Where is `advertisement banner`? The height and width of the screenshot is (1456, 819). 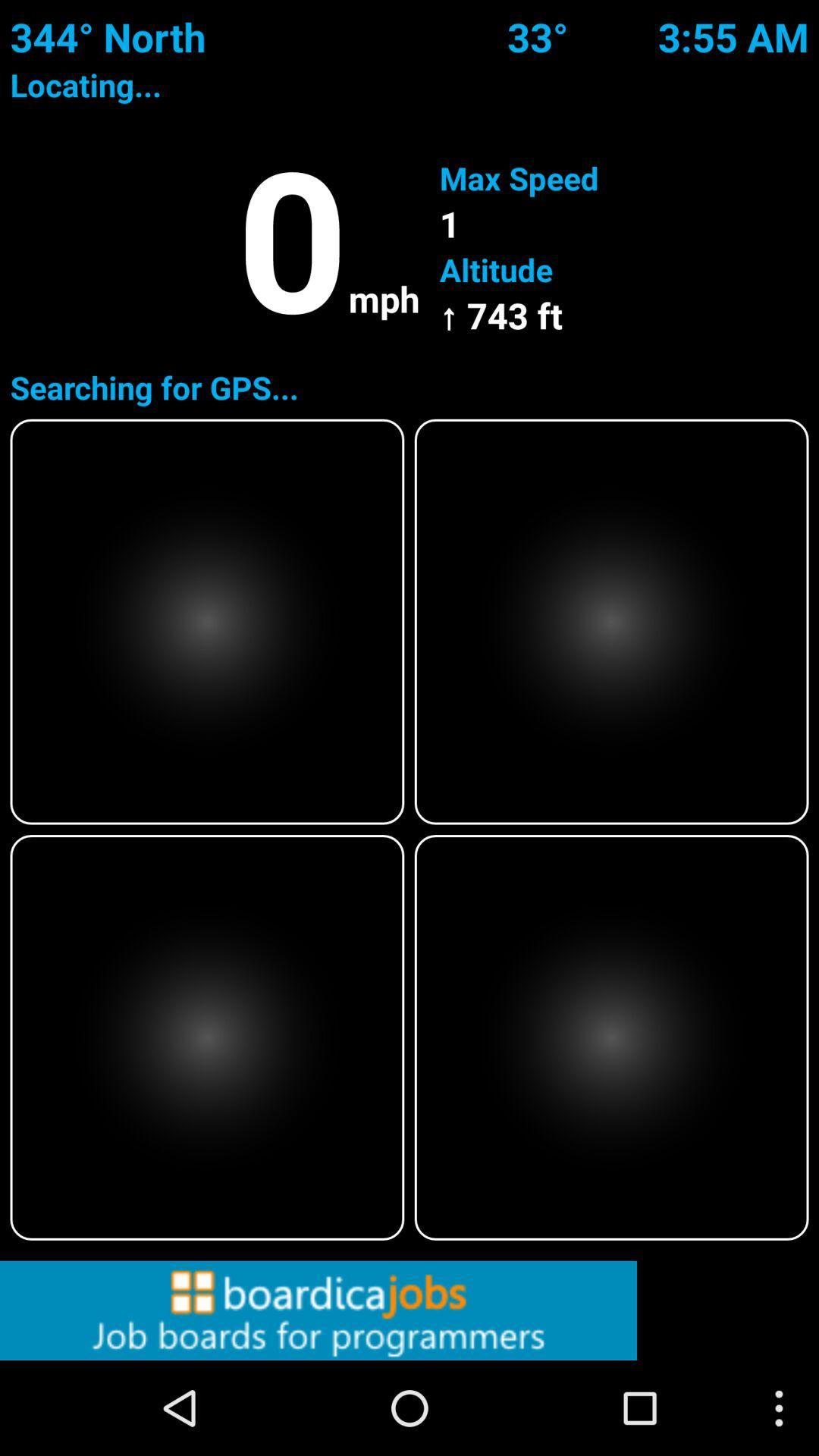
advertisement banner is located at coordinates (409, 1310).